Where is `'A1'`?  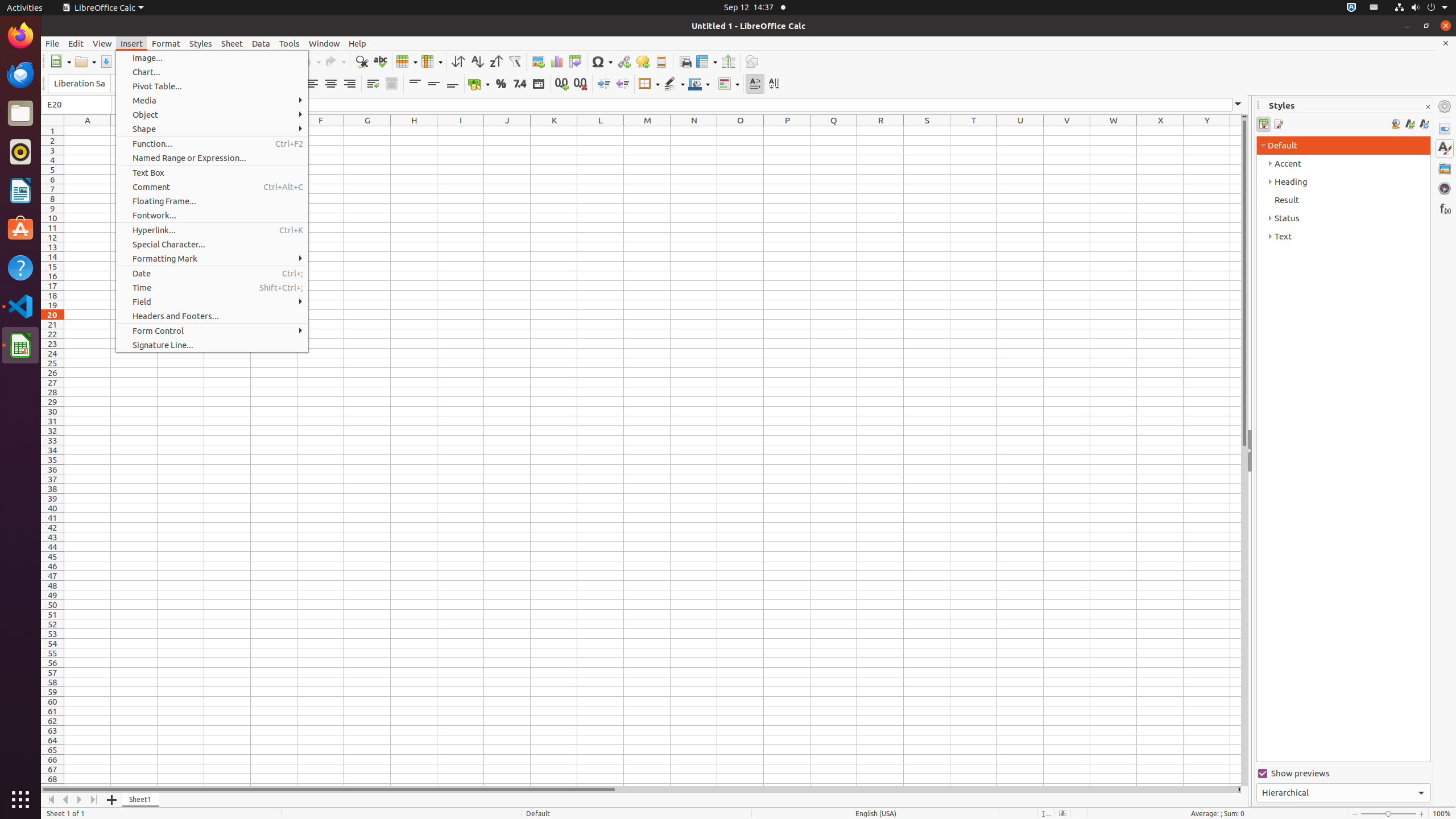
'A1' is located at coordinates (88, 130).